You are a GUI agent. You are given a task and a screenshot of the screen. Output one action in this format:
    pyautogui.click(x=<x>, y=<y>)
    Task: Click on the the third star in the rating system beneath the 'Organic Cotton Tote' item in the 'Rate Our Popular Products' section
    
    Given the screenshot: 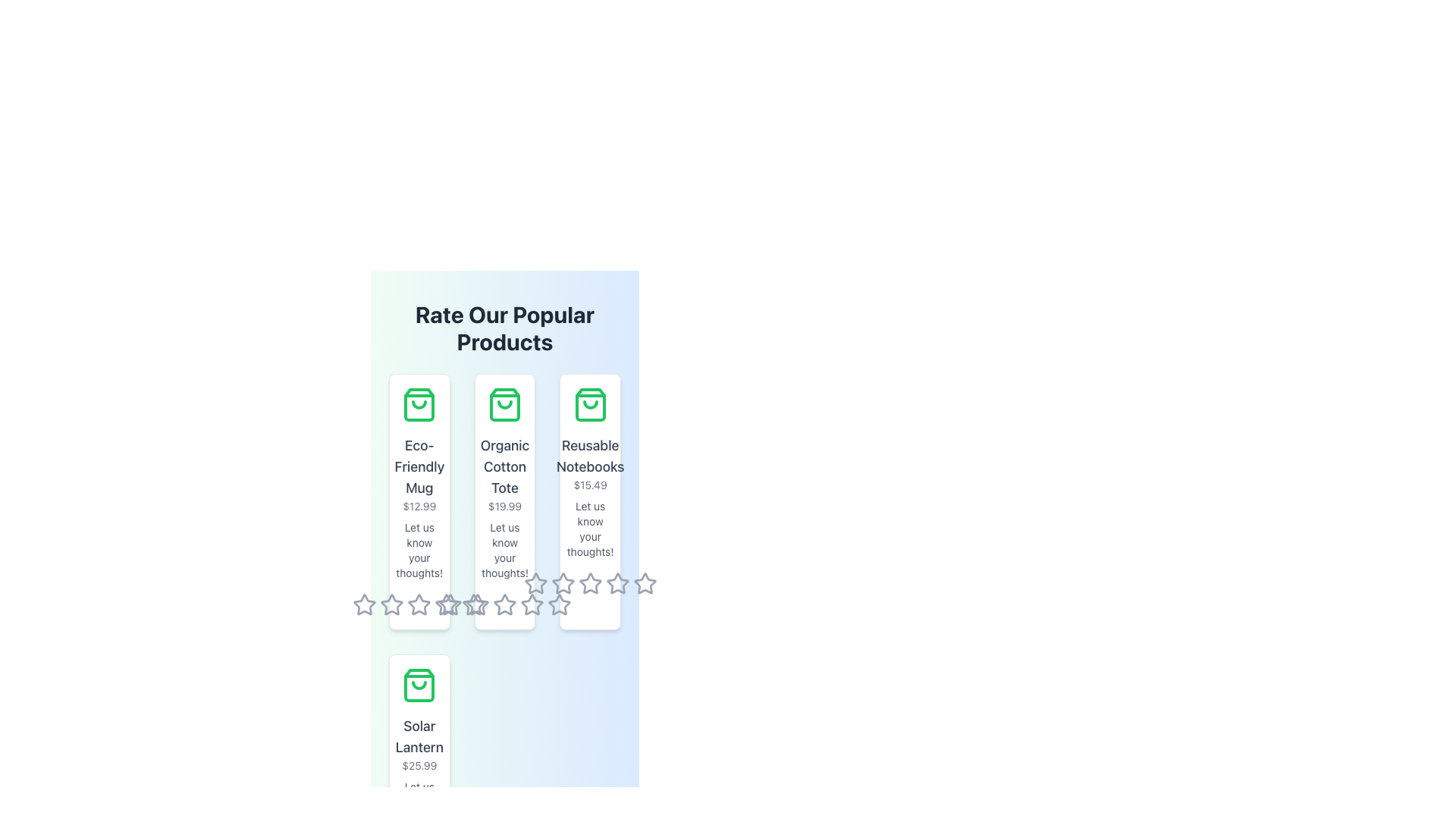 What is the action you would take?
    pyautogui.click(x=446, y=604)
    